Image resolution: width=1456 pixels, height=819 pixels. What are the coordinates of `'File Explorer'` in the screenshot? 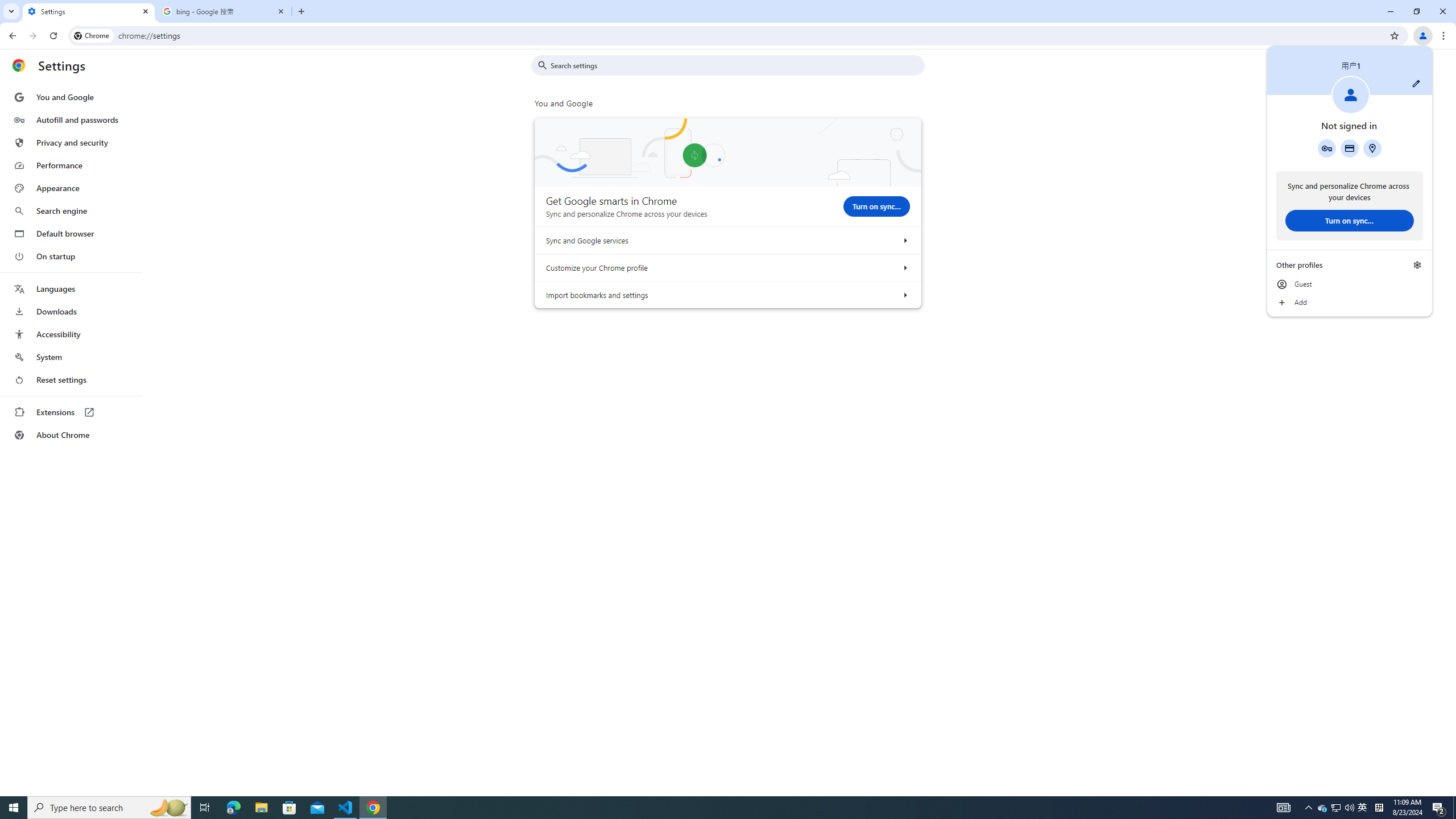 It's located at (260, 806).